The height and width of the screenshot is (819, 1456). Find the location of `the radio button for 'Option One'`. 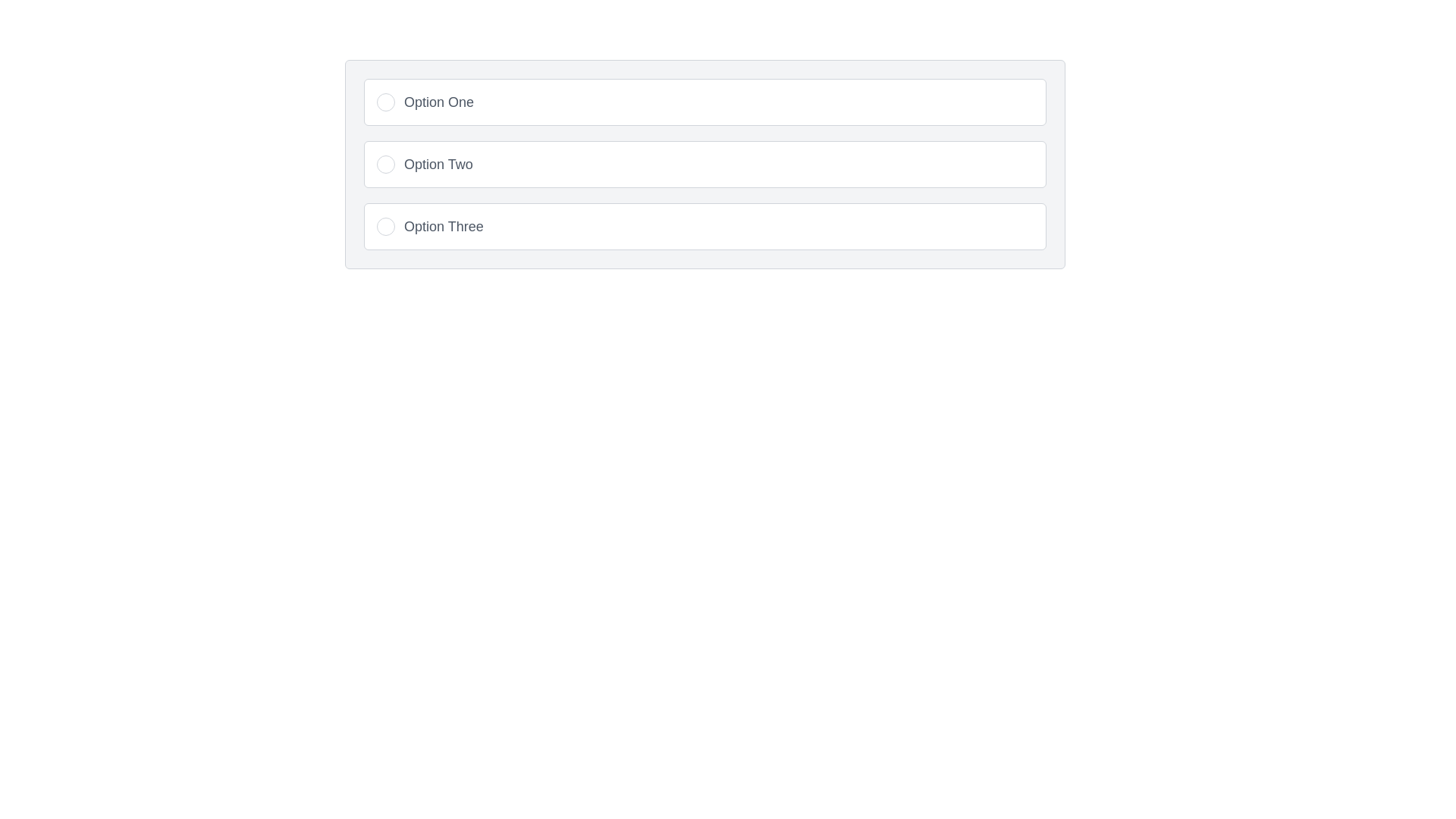

the radio button for 'Option One' is located at coordinates (385, 102).